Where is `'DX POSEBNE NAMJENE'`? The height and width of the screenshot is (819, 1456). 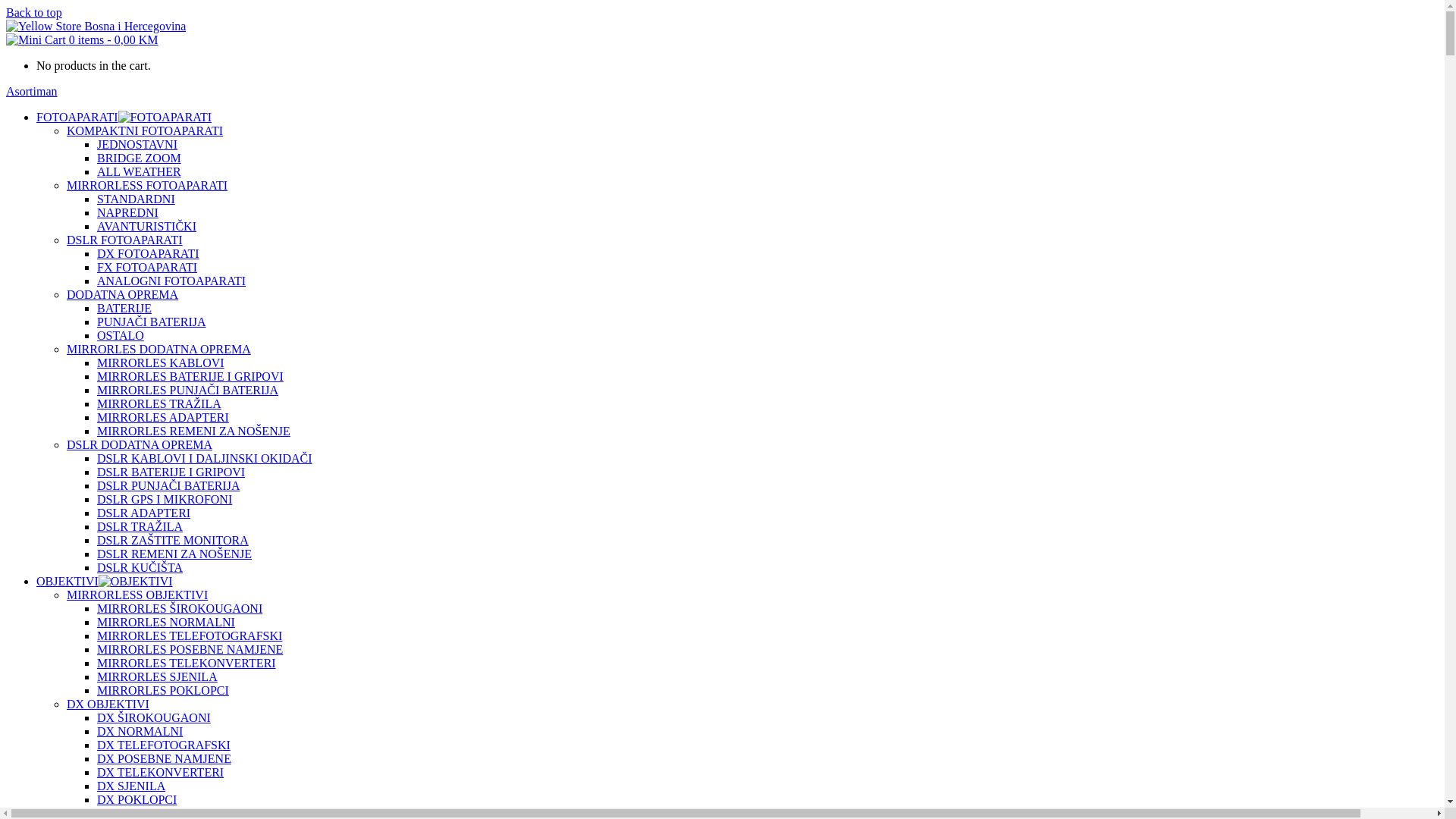 'DX POSEBNE NAMJENE' is located at coordinates (164, 758).